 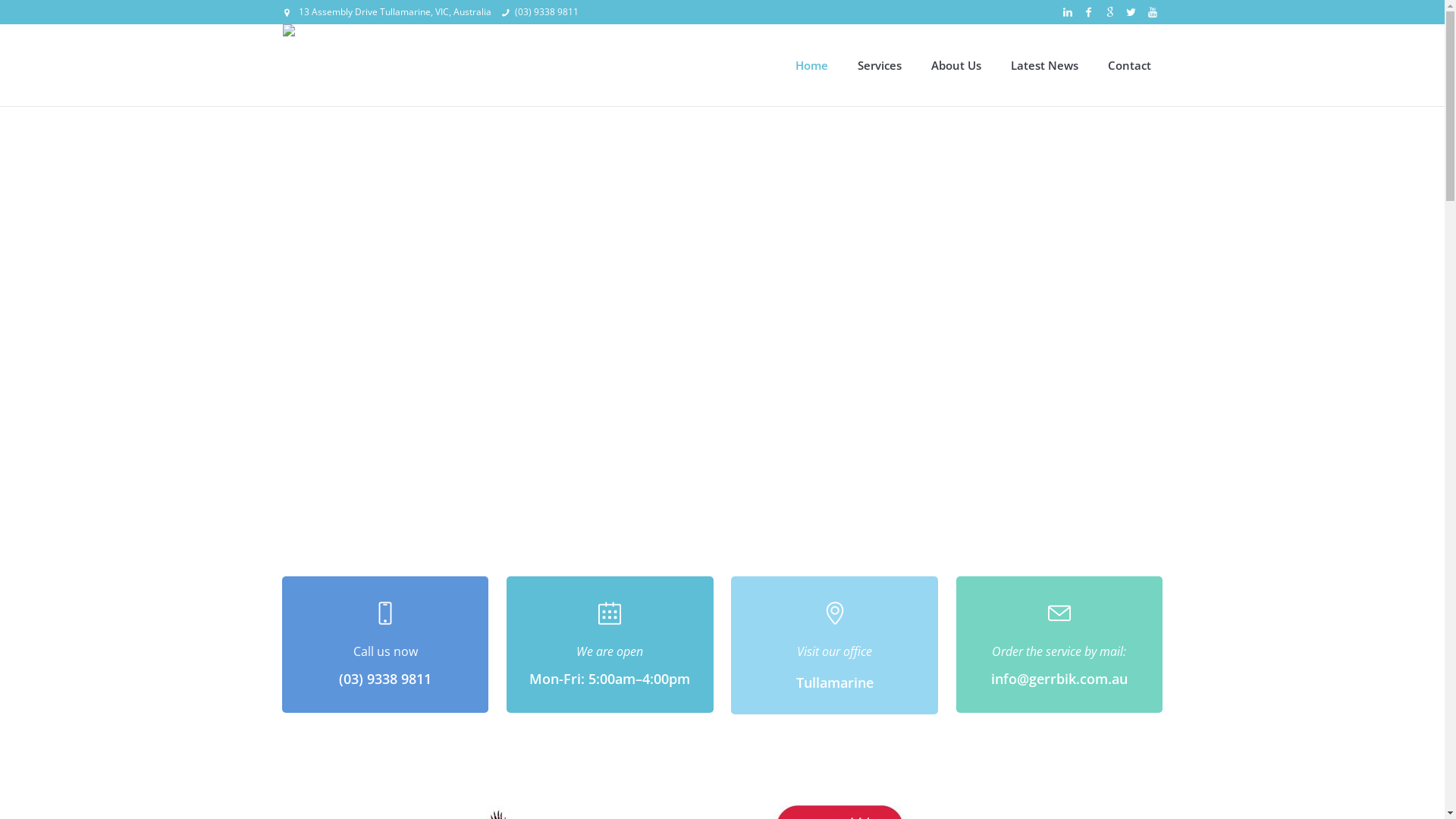 I want to click on 'Latest News', so click(x=1043, y=64).